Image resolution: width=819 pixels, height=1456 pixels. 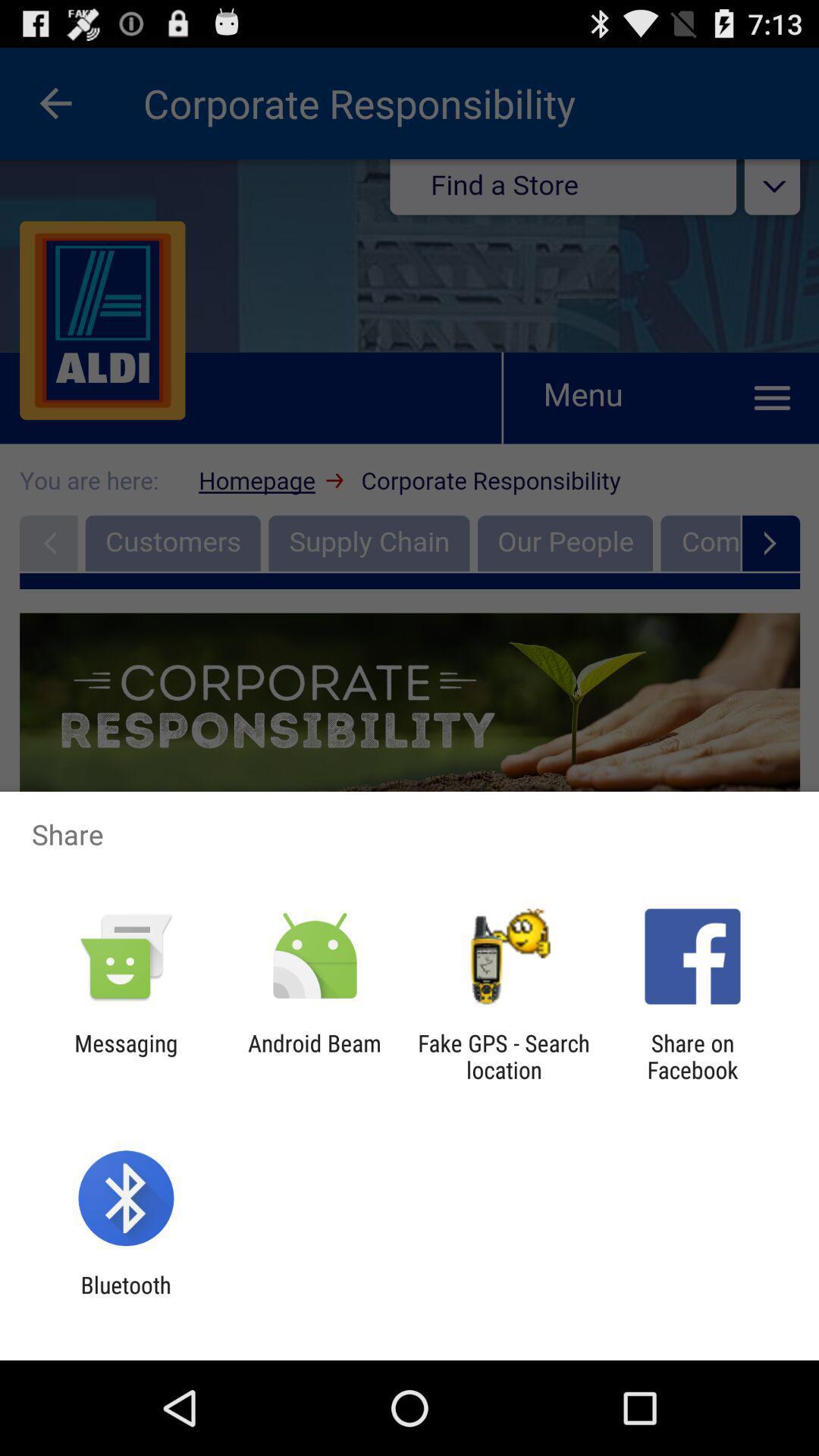 What do you see at coordinates (692, 1056) in the screenshot?
I see `icon next to the fake gps search app` at bounding box center [692, 1056].